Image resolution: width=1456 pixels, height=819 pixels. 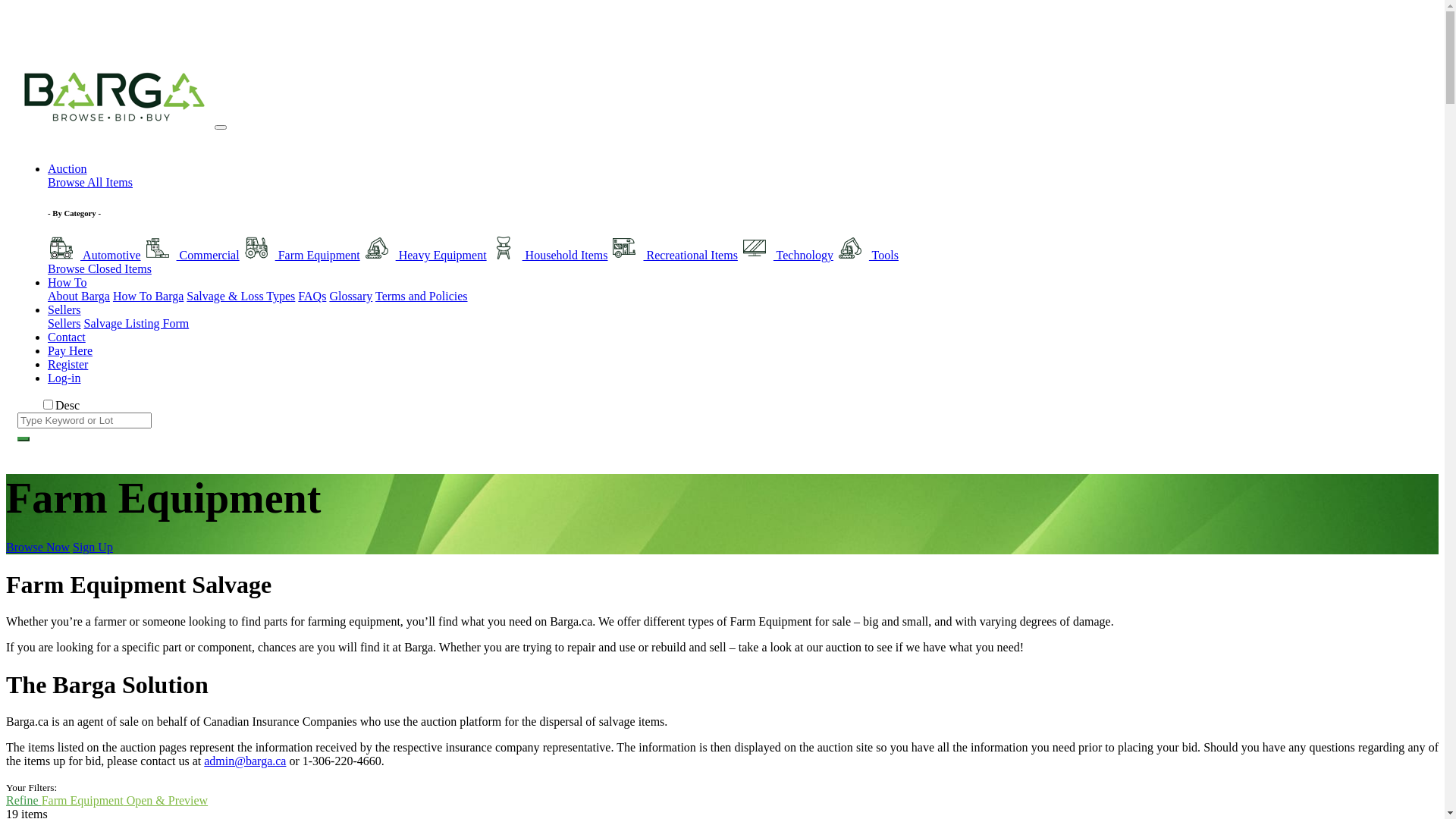 What do you see at coordinates (47, 254) in the screenshot?
I see `'Automotive'` at bounding box center [47, 254].